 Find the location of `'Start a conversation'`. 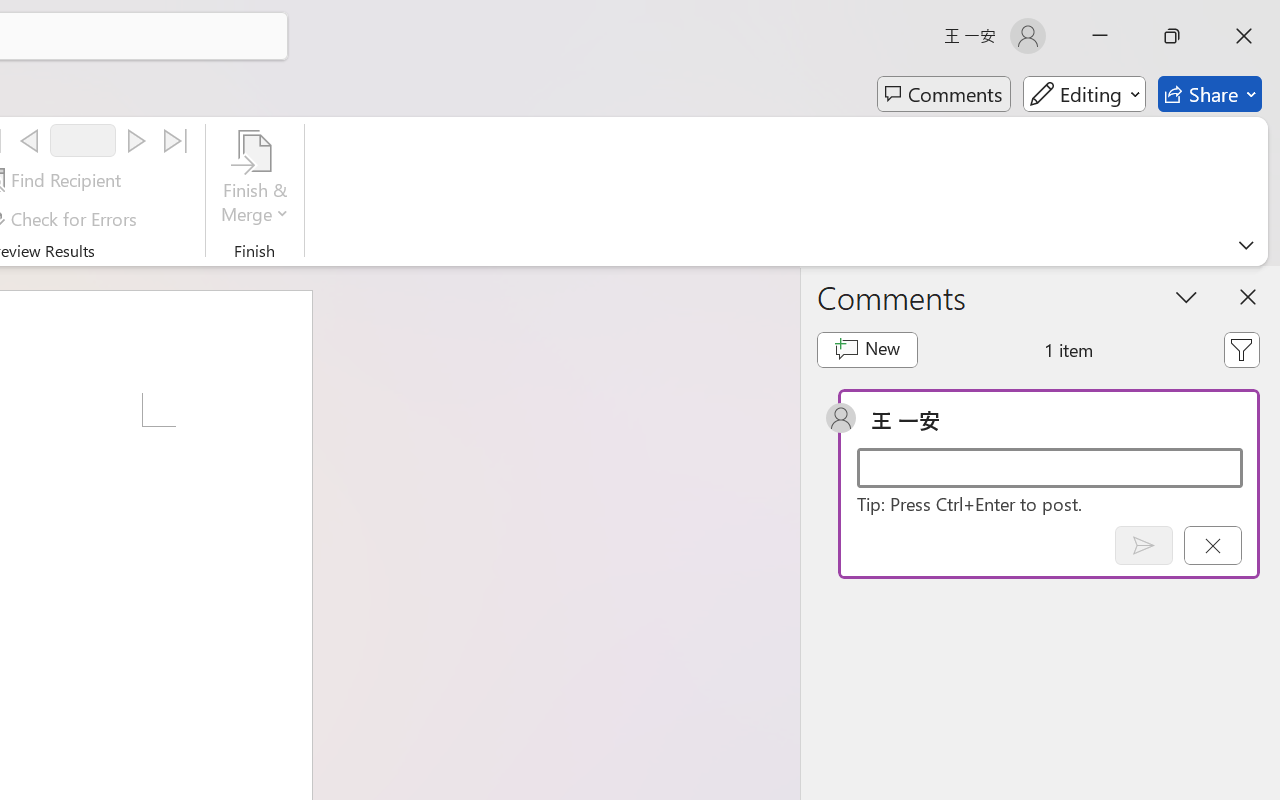

'Start a conversation' is located at coordinates (1049, 468).